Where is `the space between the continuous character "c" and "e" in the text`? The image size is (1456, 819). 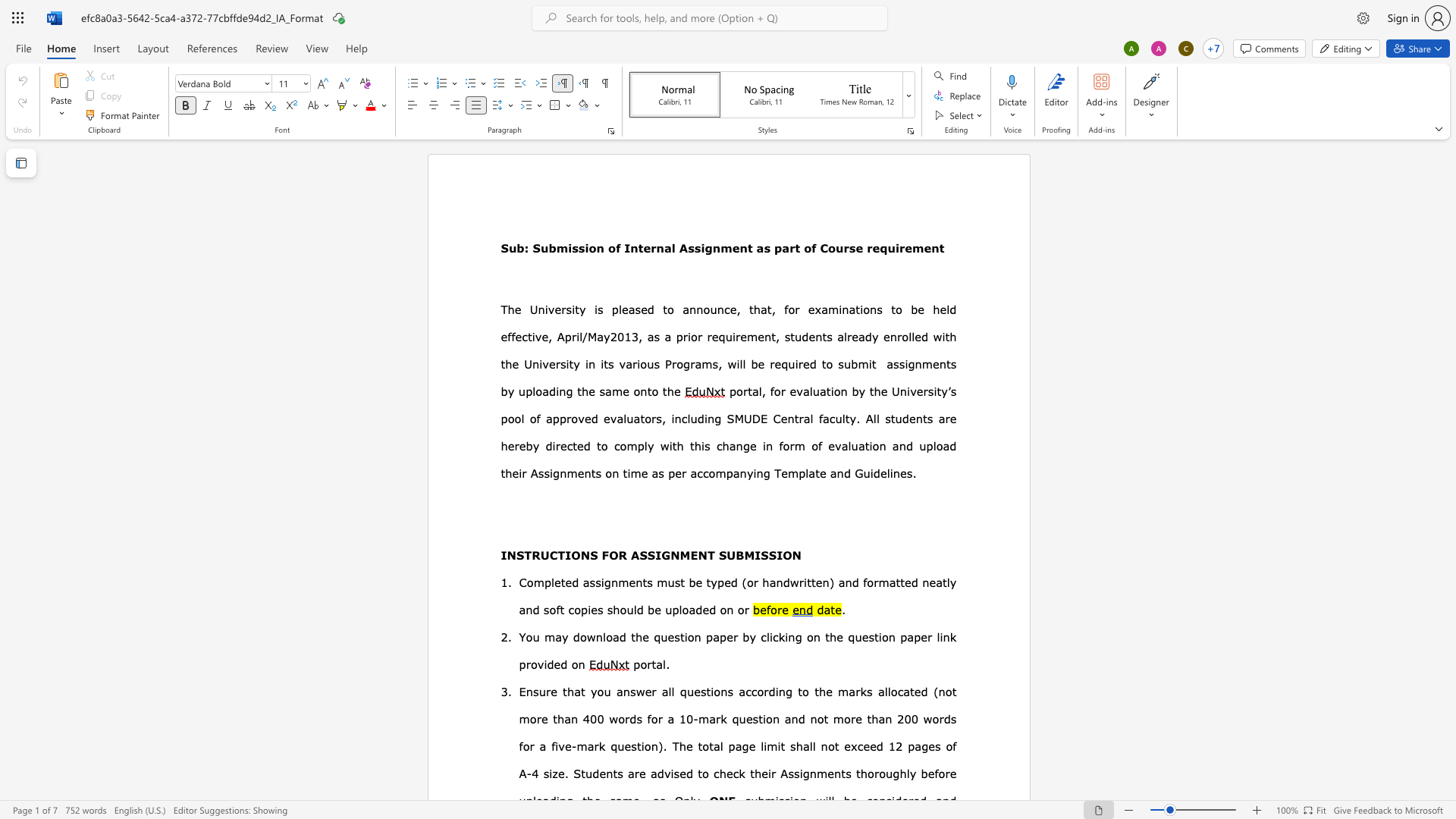 the space between the continuous character "c" and "e" in the text is located at coordinates (863, 745).